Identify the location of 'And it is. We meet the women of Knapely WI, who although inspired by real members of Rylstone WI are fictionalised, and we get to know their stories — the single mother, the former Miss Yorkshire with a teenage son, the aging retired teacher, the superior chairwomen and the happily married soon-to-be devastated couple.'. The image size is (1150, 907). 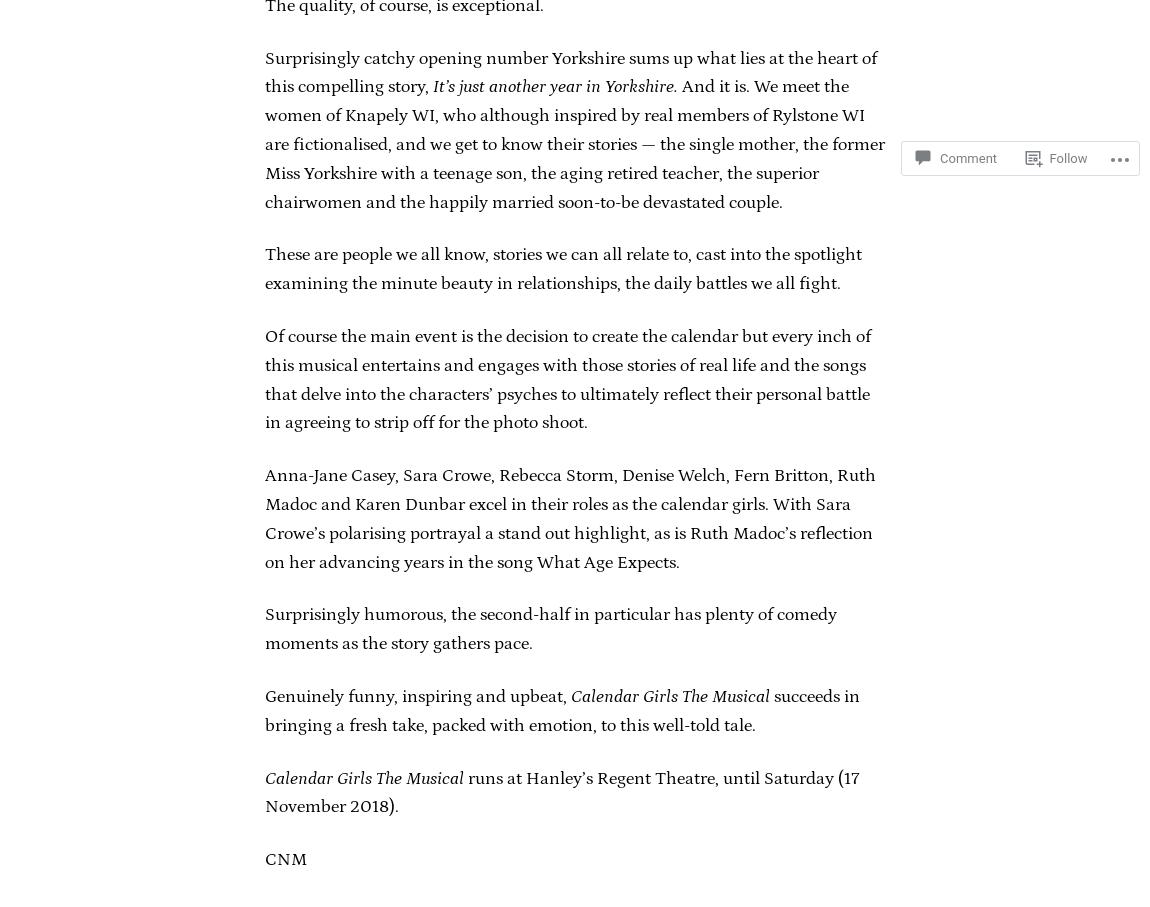
(575, 144).